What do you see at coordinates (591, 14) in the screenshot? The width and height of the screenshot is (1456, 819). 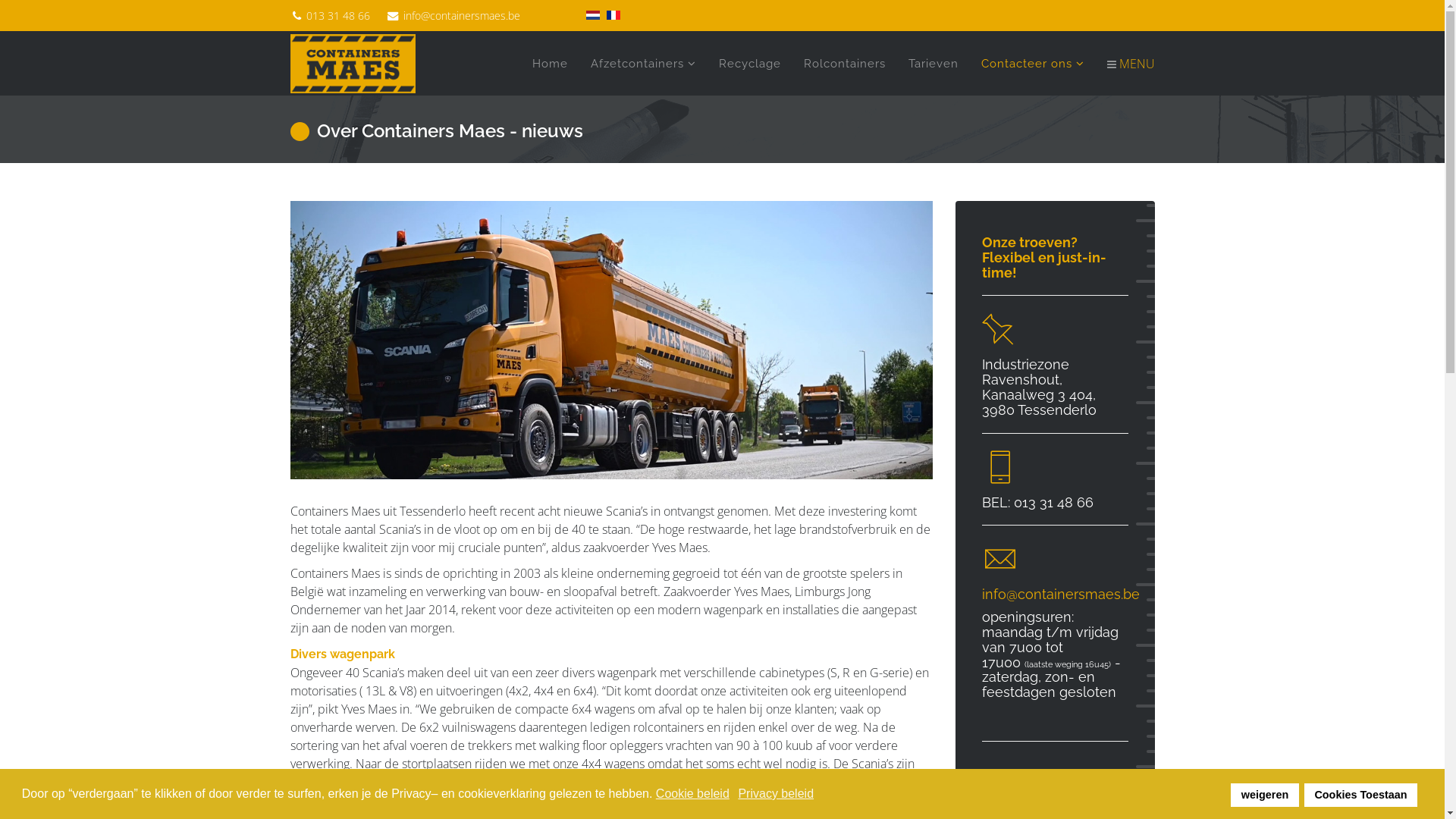 I see `'Nederlands'` at bounding box center [591, 14].